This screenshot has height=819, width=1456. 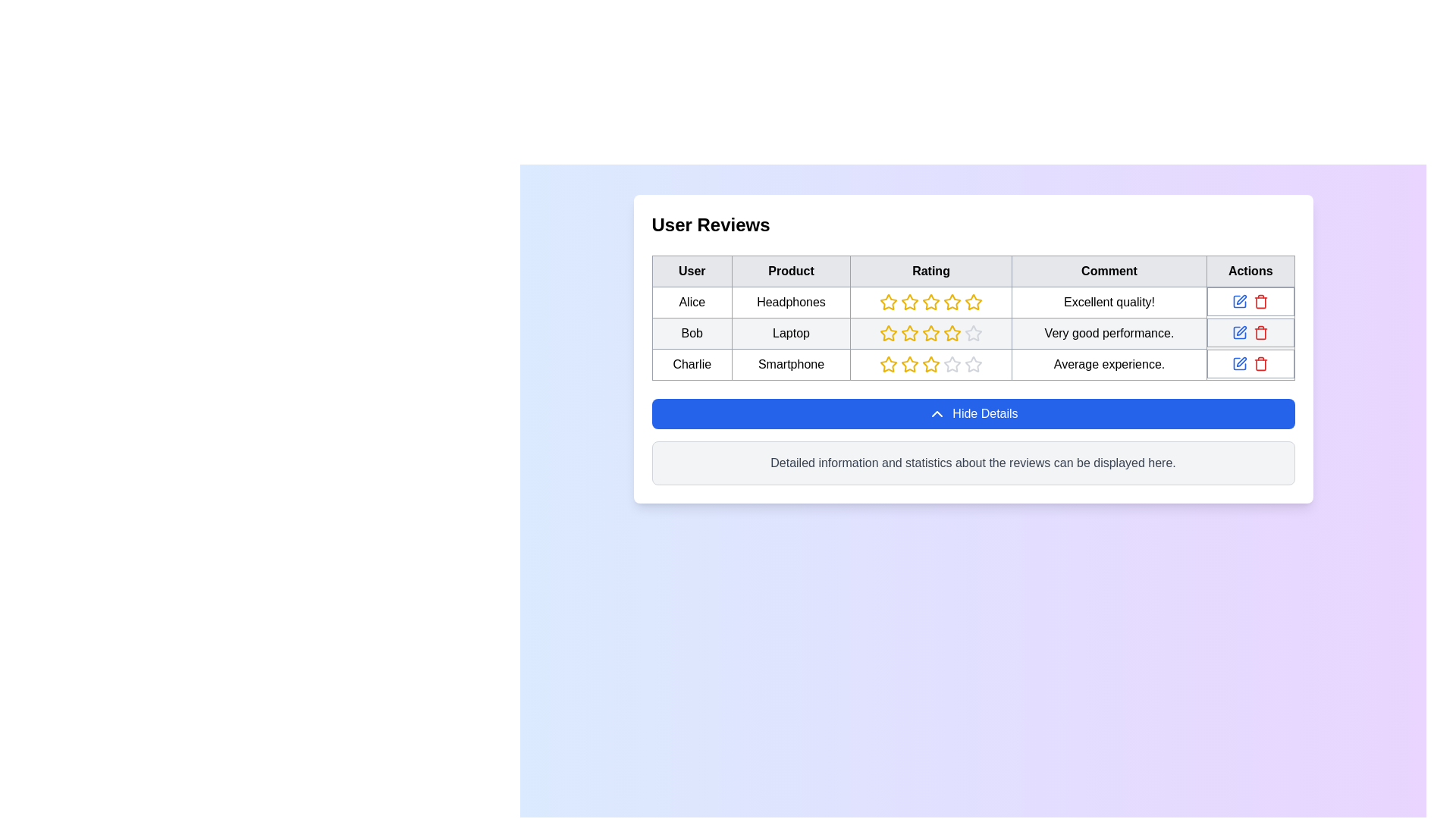 What do you see at coordinates (1250, 271) in the screenshot?
I see `the header cell labeled 'Actions' in the table, which is visually distinct with padding and a border, located at the far right of the row` at bounding box center [1250, 271].